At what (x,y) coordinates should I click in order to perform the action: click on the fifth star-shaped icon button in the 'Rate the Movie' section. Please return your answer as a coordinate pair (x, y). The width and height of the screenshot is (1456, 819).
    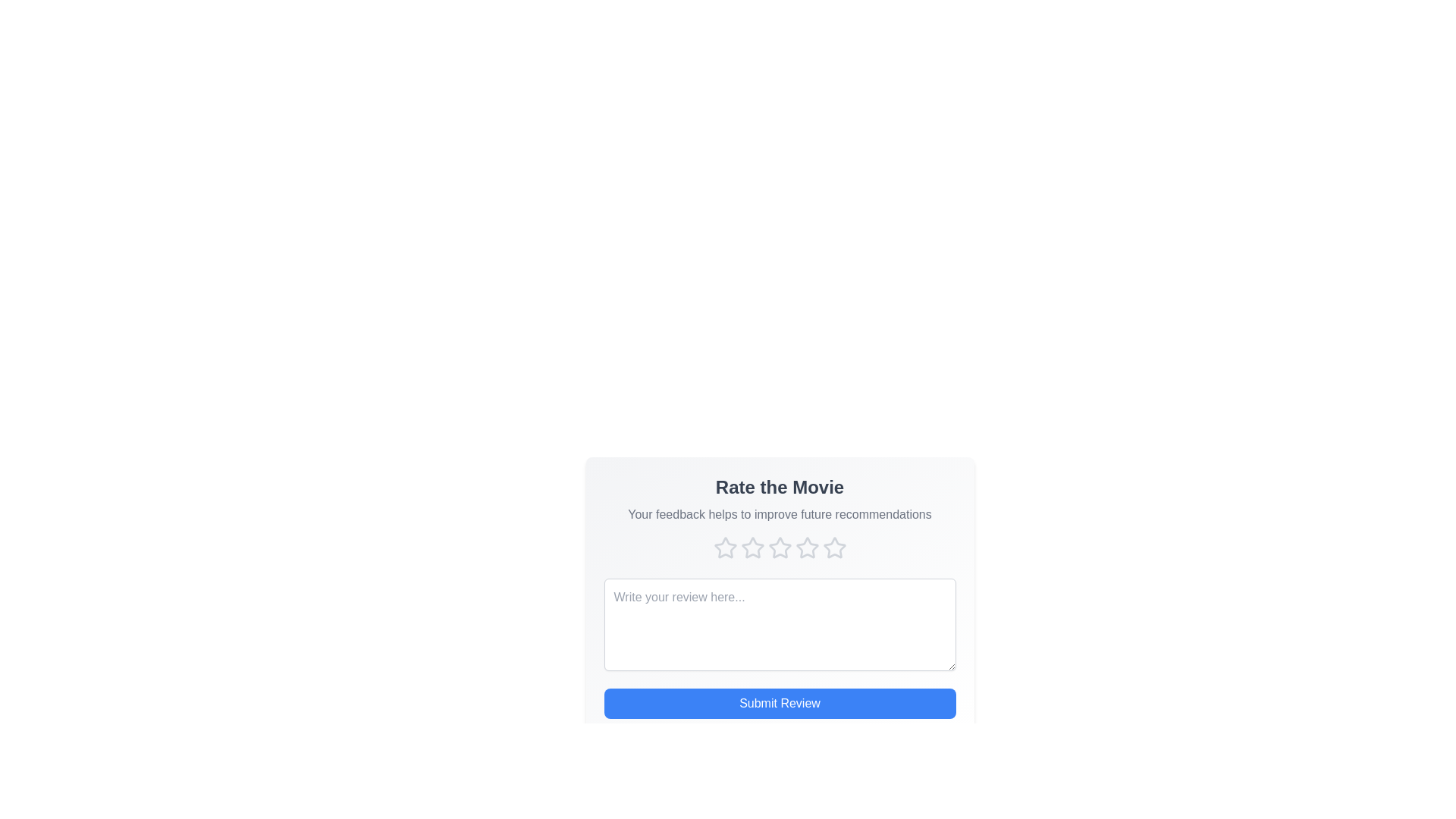
    Looking at the image, I should click on (833, 548).